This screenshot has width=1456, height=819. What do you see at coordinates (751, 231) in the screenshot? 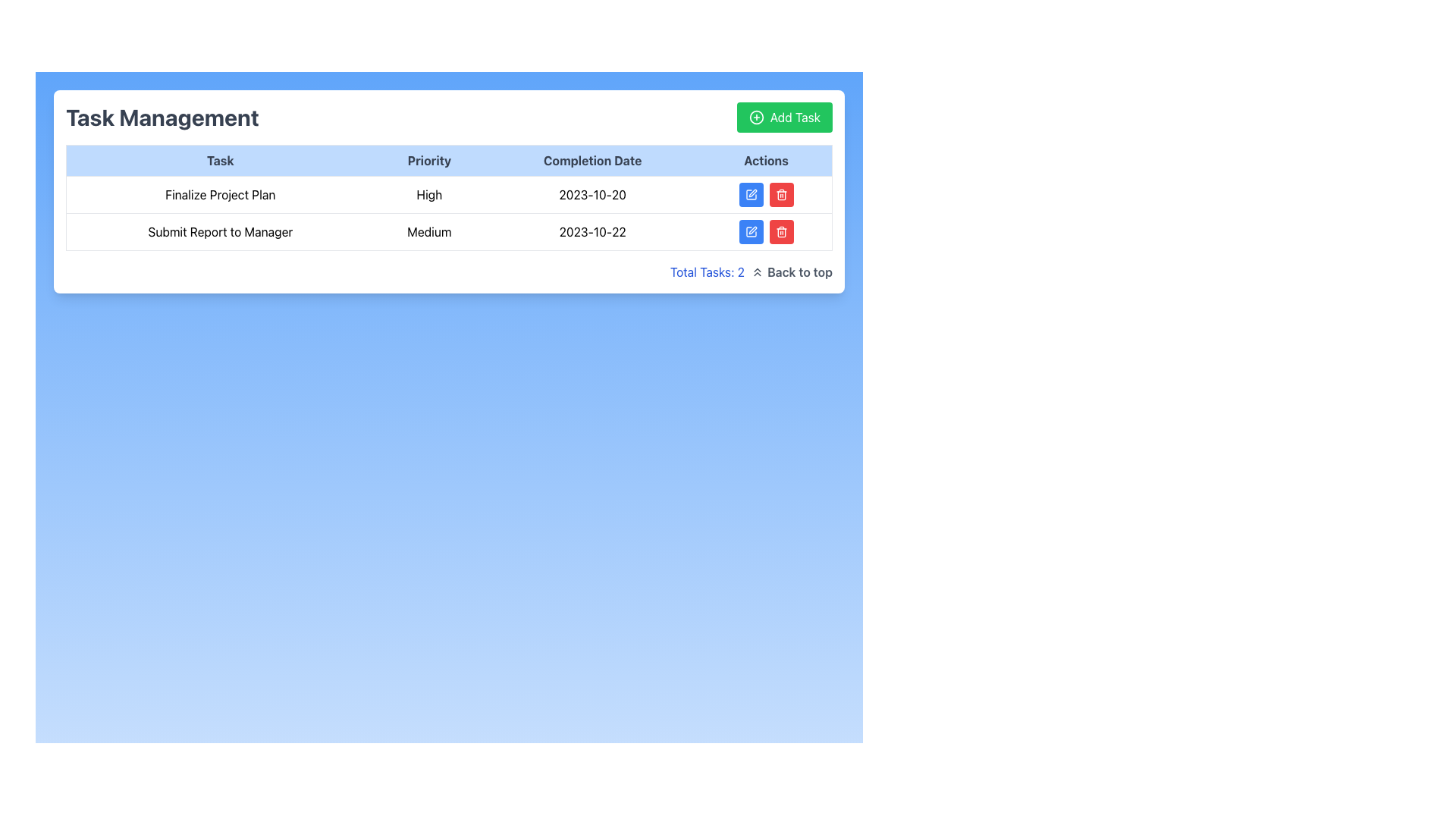
I see `the edit button located in the 'Actions' column of the second row of the task table` at bounding box center [751, 231].